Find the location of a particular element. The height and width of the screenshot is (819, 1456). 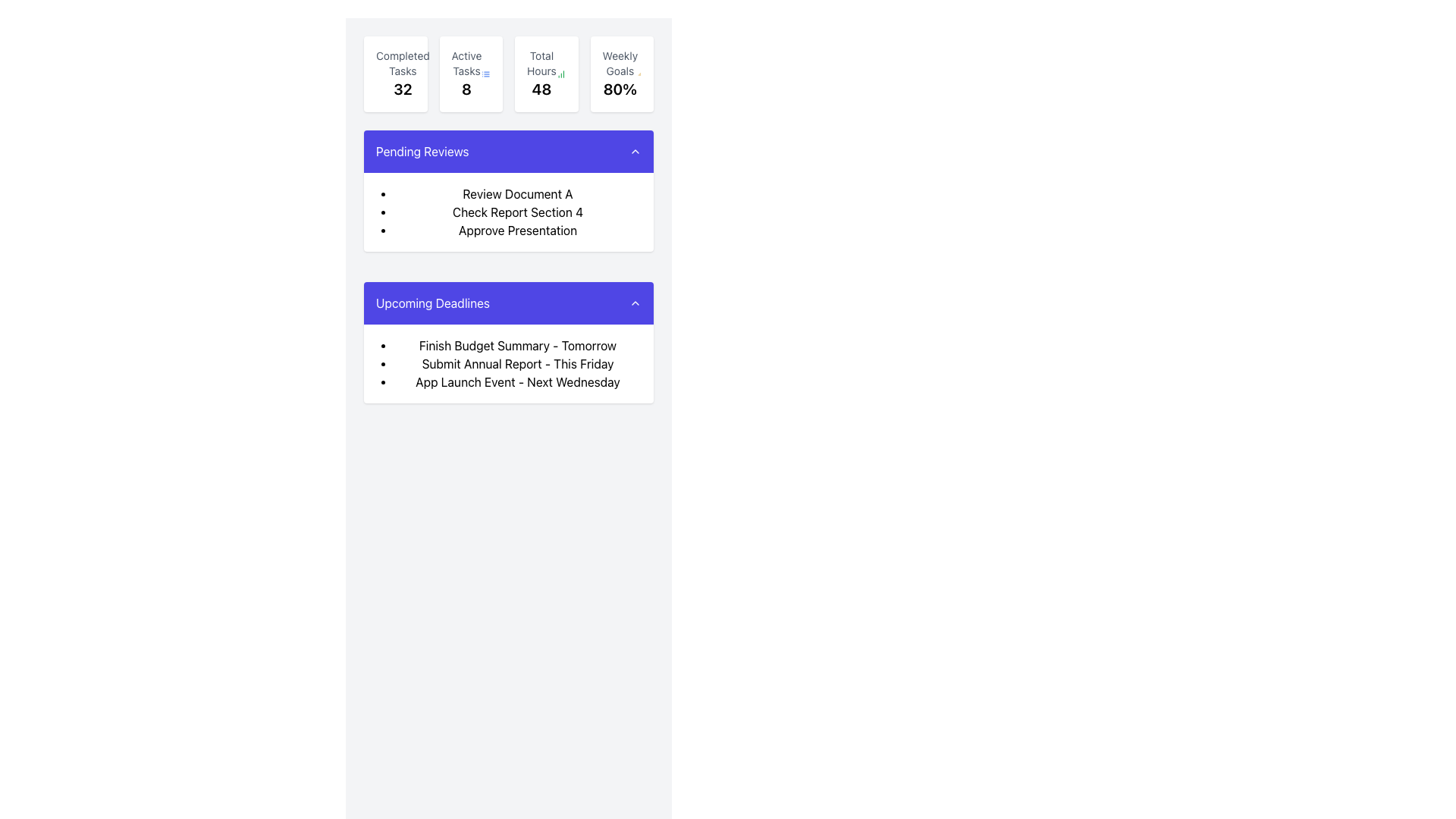

the blue list icon located in the top-right corner of the 'Active Tasks' card to gather information is located at coordinates (486, 74).